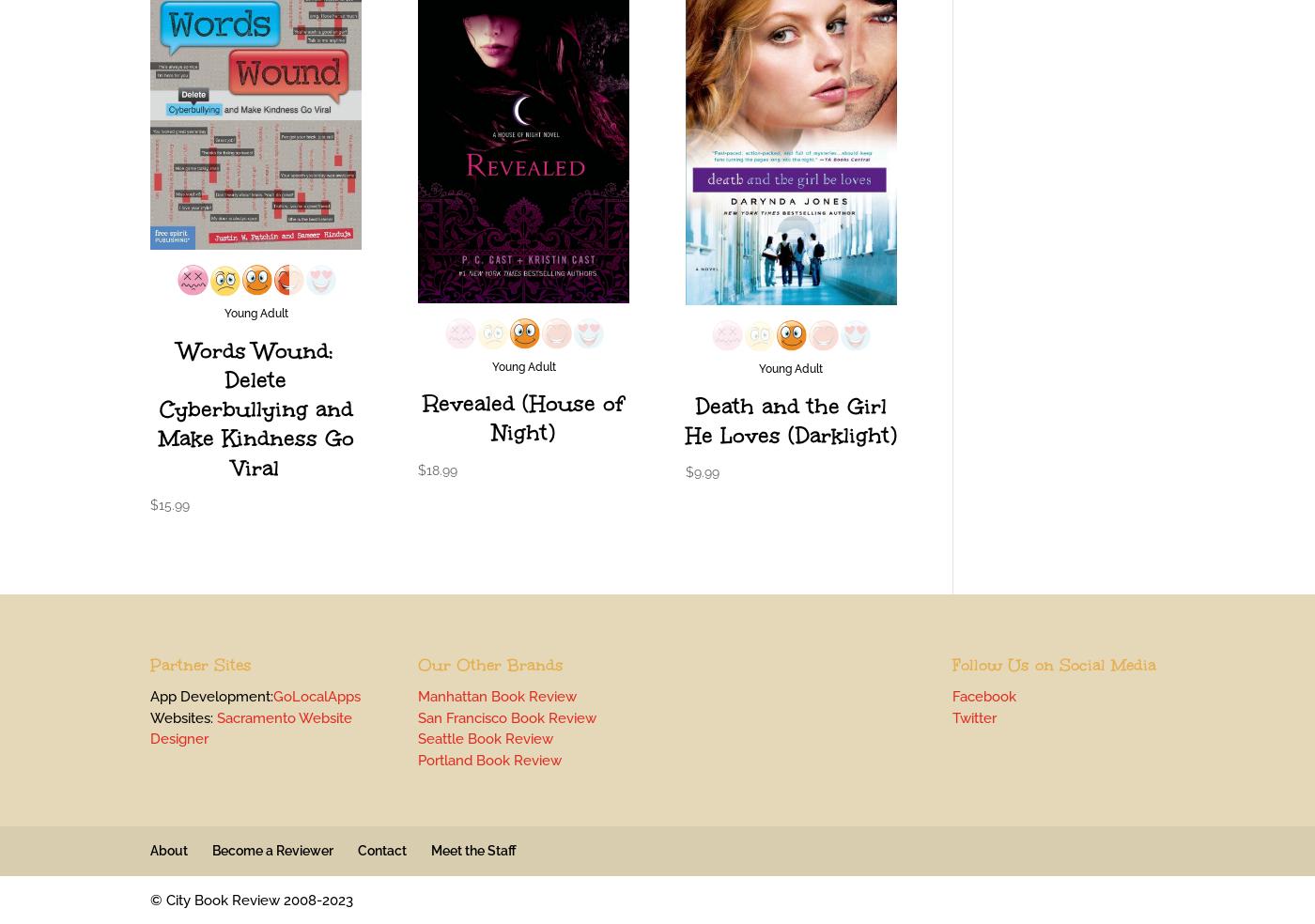  What do you see at coordinates (790, 420) in the screenshot?
I see `'Death and the Girl He Loves (Darklight)'` at bounding box center [790, 420].